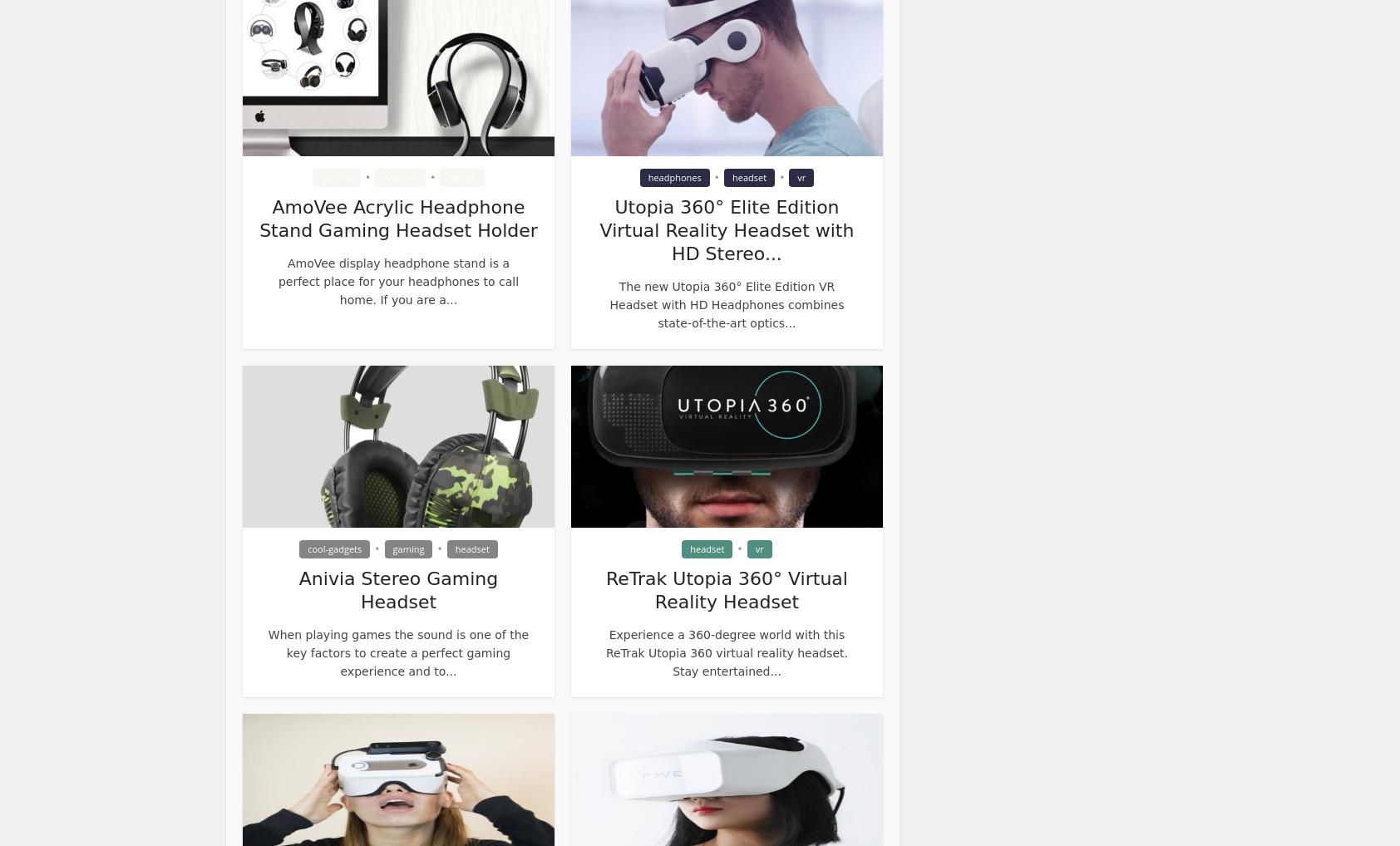 The height and width of the screenshot is (846, 1400). What do you see at coordinates (674, 176) in the screenshot?
I see `'headphones'` at bounding box center [674, 176].